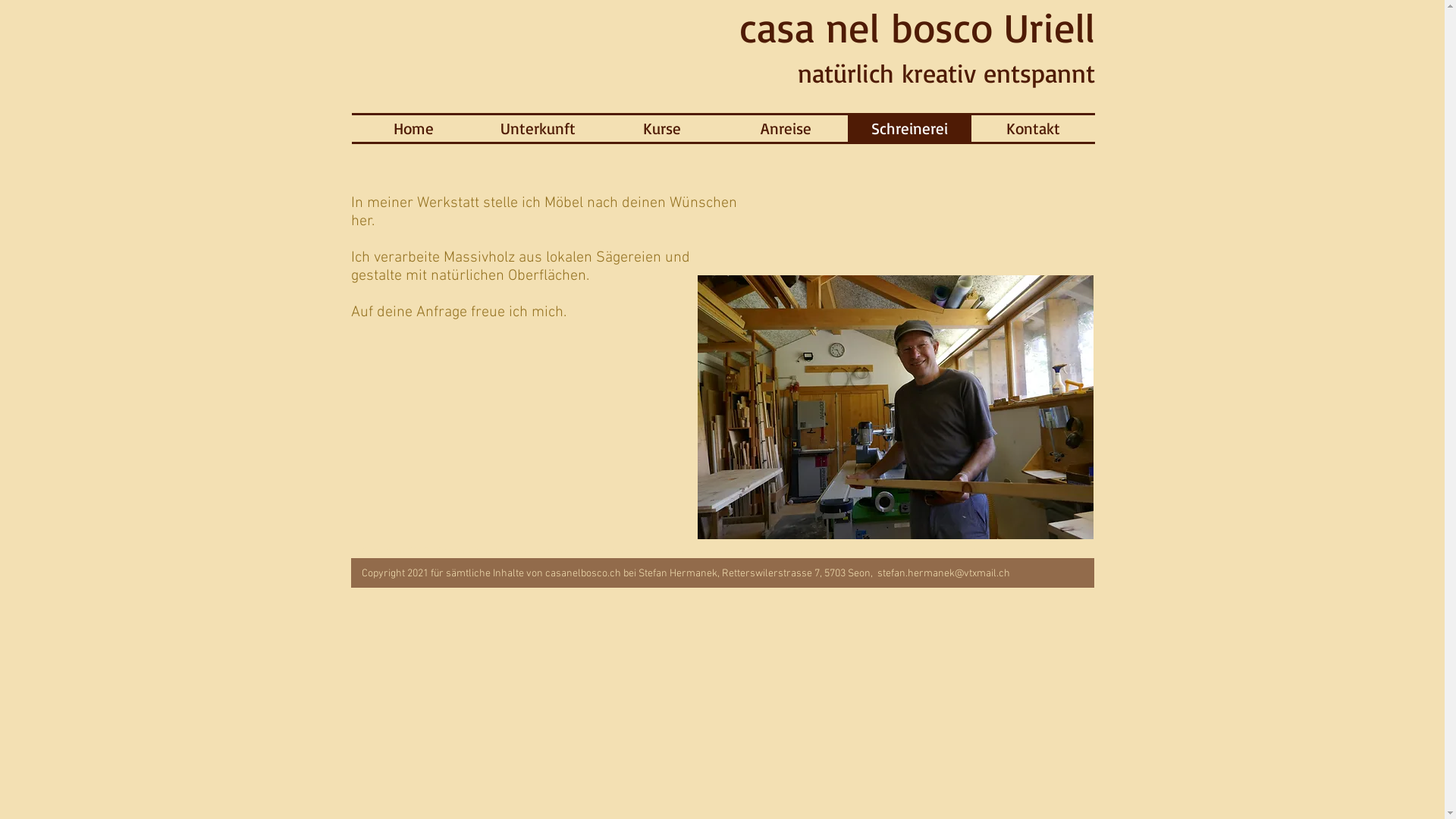 The height and width of the screenshot is (819, 1456). I want to click on 'Anreise', so click(785, 127).